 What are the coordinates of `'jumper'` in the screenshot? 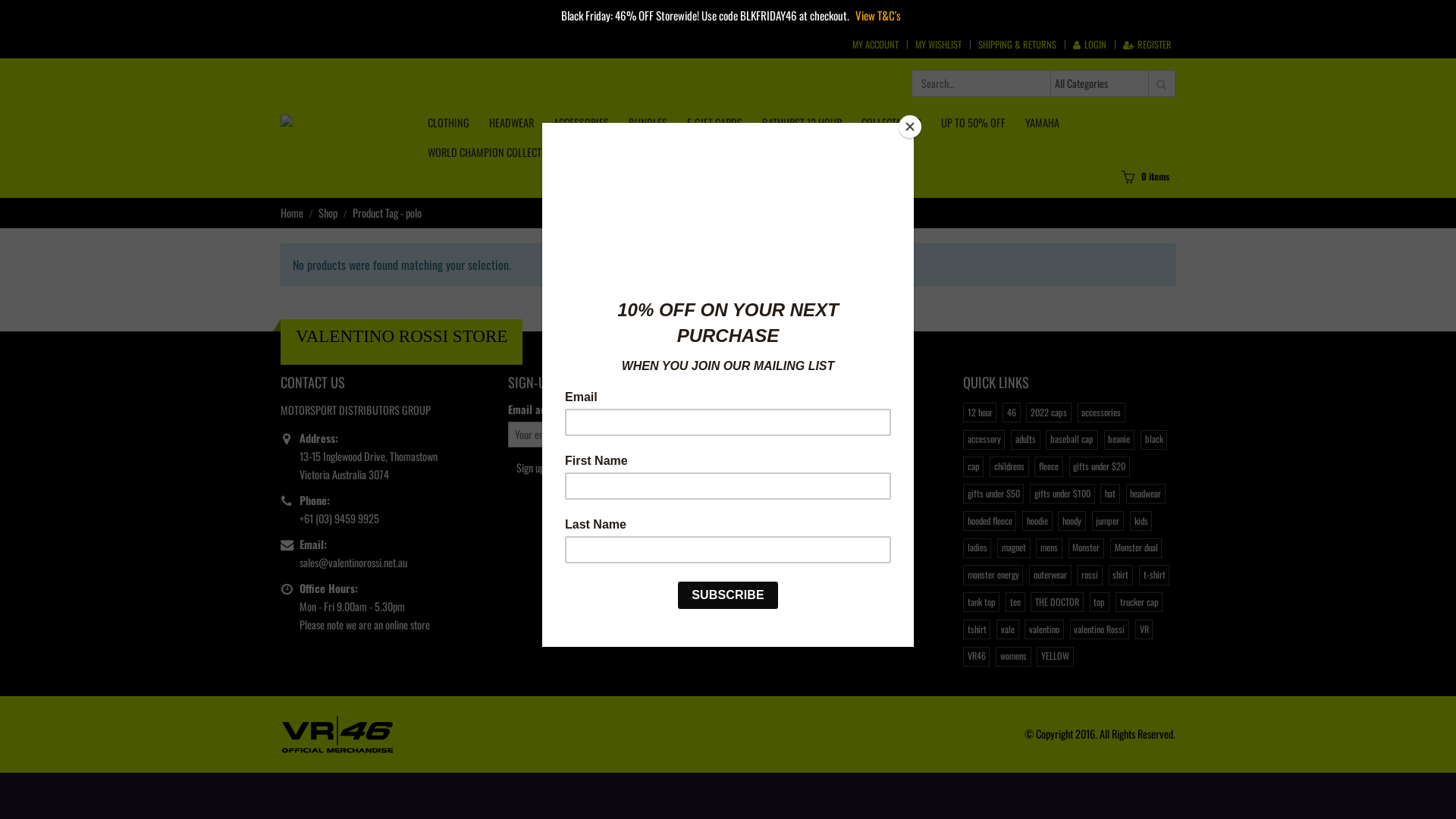 It's located at (1107, 519).